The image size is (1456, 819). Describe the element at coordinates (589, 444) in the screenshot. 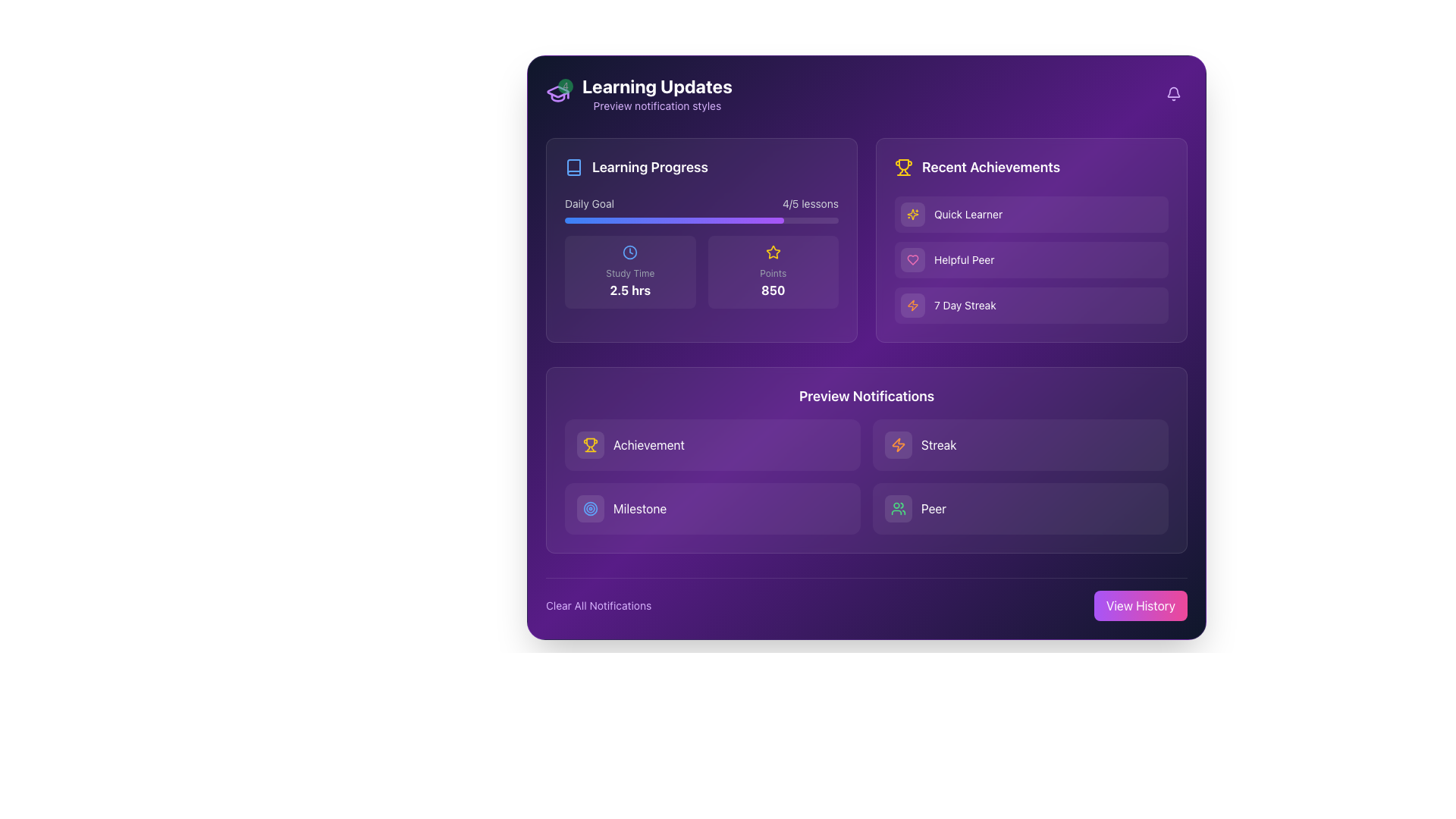

I see `the trophy-shaped icon in the 'Achievement' button located in the bottom-left section of the application interface, which is part of the 'Preview Notifications' section` at that location.